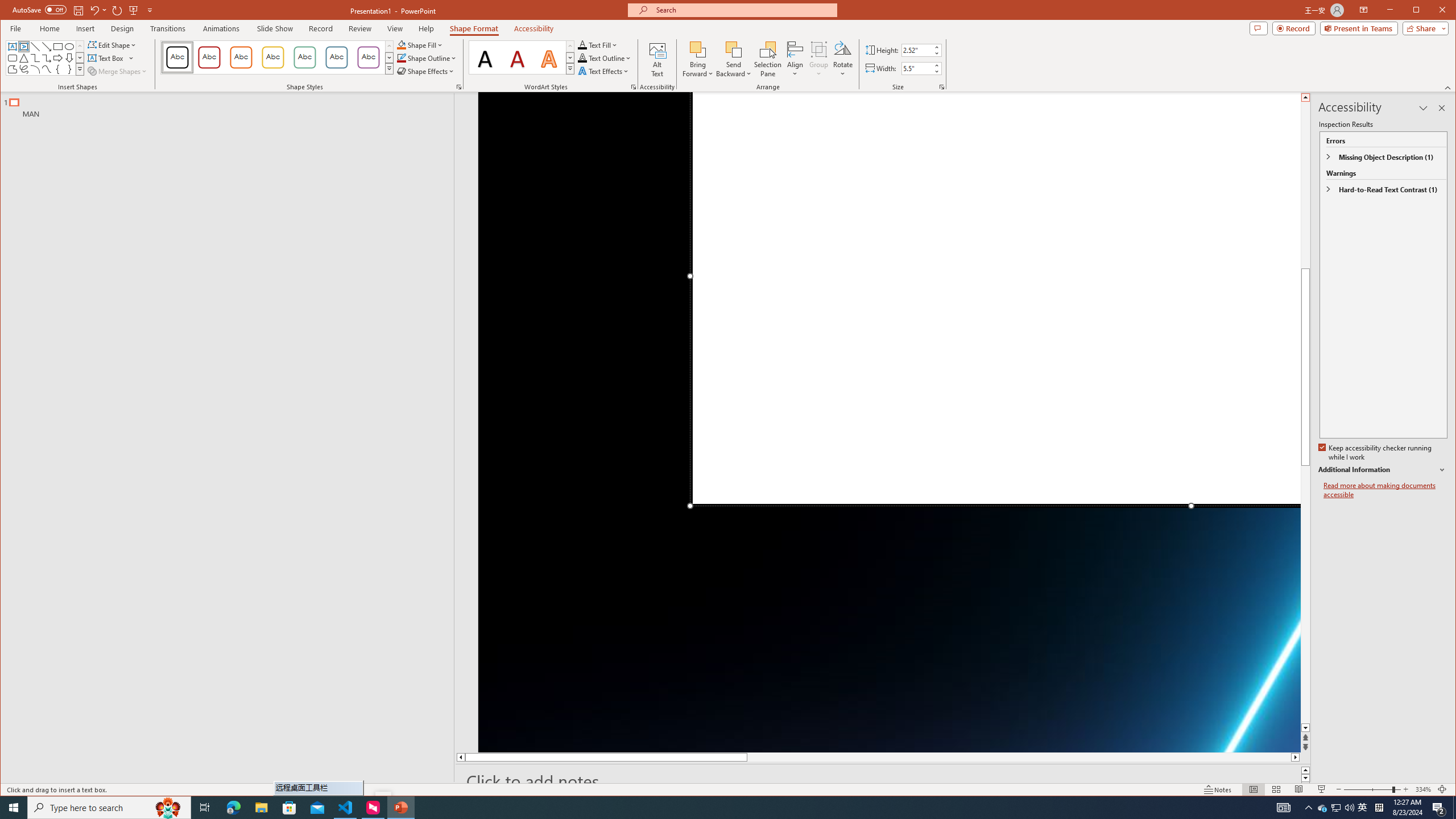 Image resolution: width=1456 pixels, height=819 pixels. Describe the element at coordinates (241, 57) in the screenshot. I see `'Colored Outline - Orange, Accent 2'` at that location.